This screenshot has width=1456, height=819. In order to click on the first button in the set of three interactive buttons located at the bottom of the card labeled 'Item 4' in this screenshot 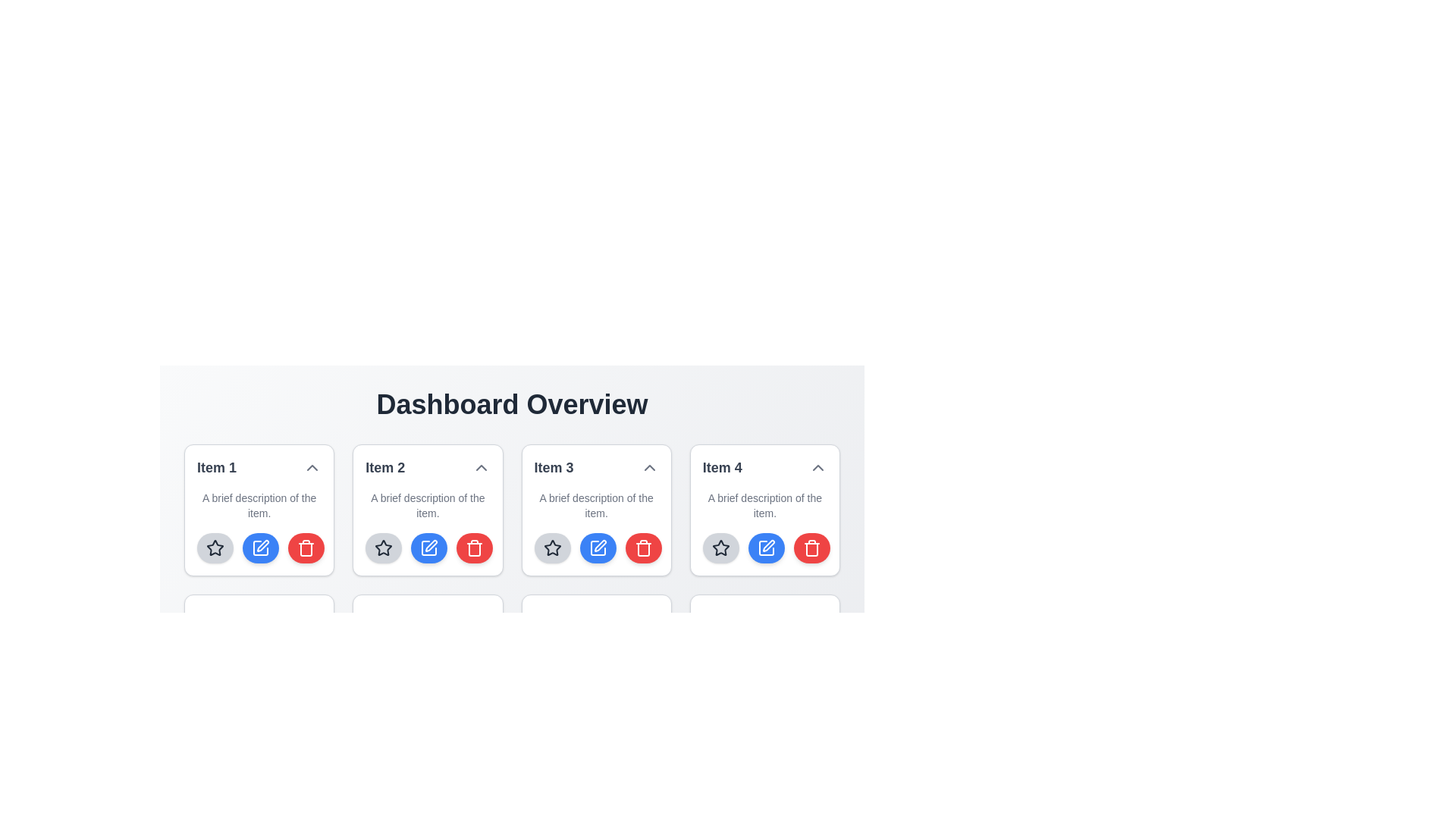, I will do `click(720, 548)`.